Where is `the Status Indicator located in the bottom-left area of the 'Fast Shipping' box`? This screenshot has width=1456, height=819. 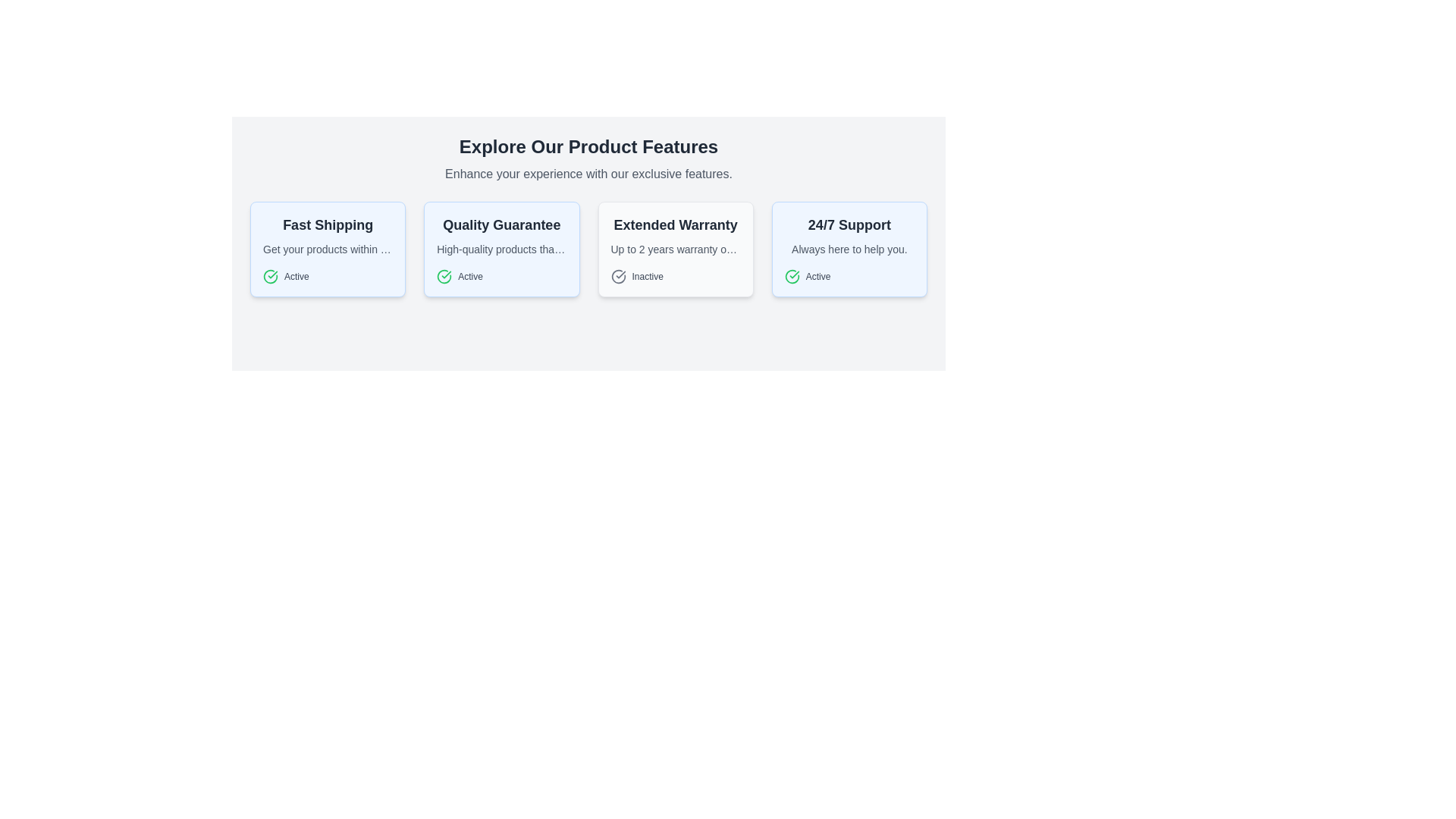
the Status Indicator located in the bottom-left area of the 'Fast Shipping' box is located at coordinates (327, 277).